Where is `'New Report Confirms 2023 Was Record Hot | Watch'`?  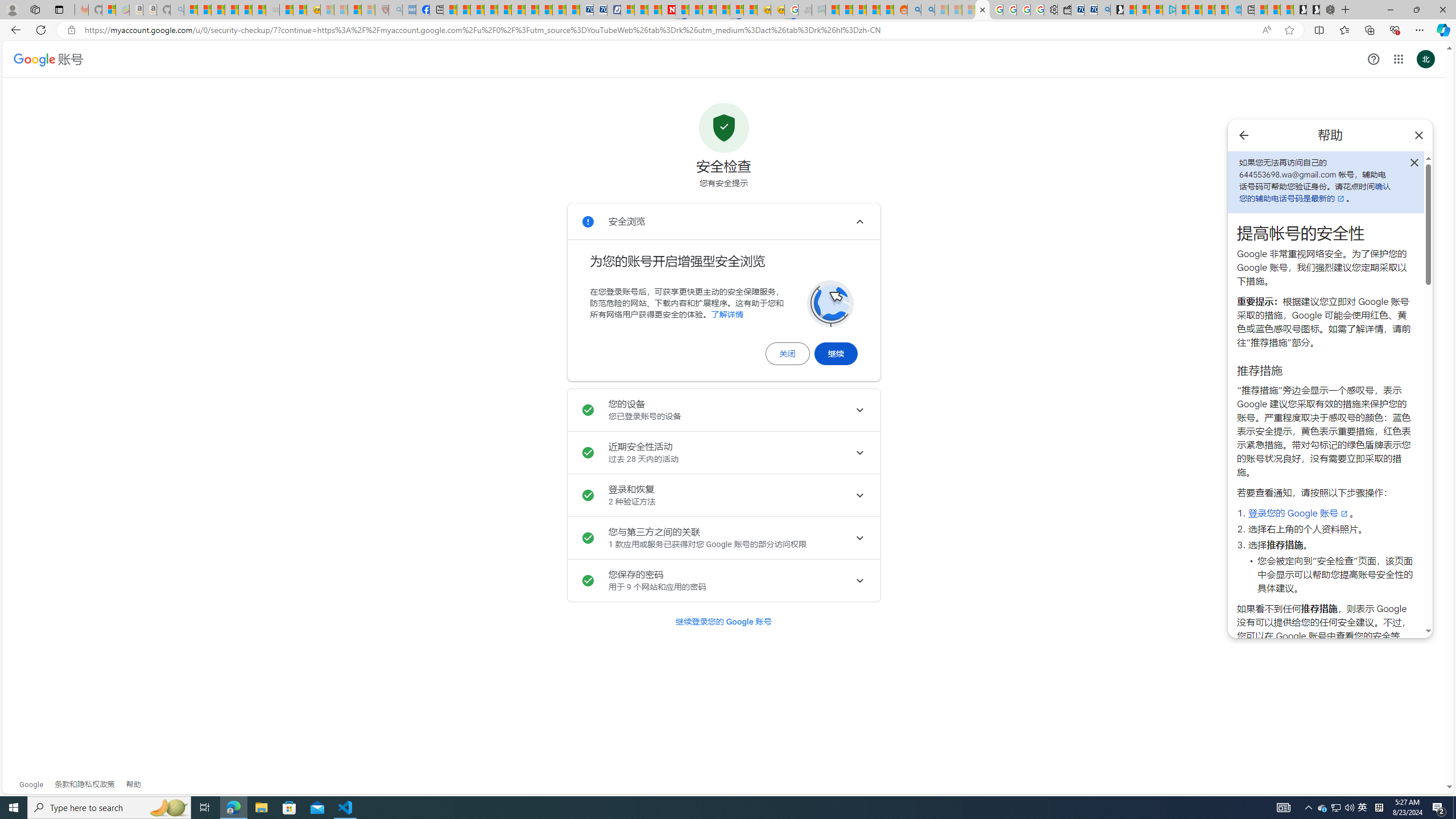 'New Report Confirms 2023 Was Record Hot | Watch' is located at coordinates (246, 9).